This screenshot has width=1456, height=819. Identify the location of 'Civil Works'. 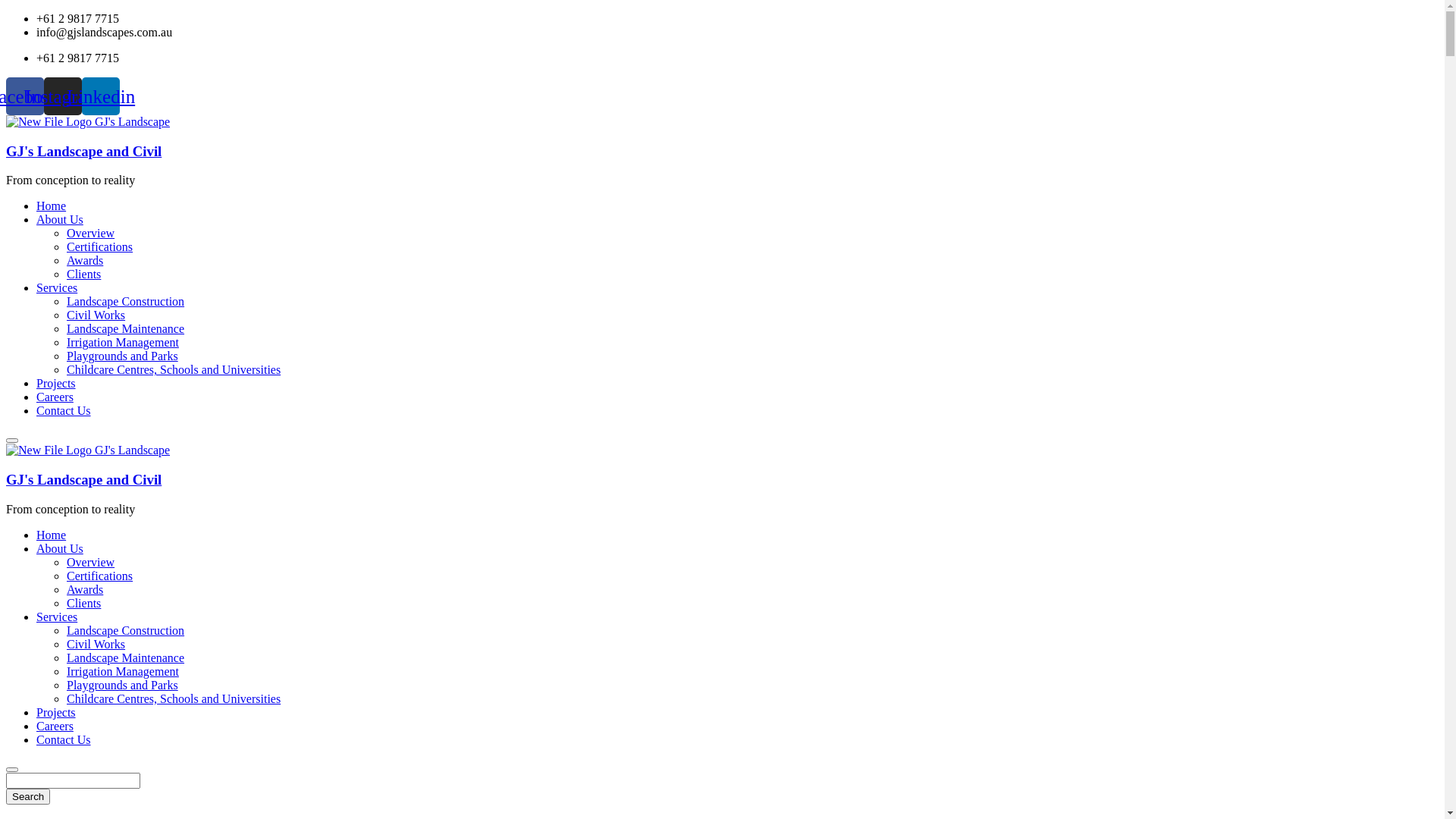
(95, 314).